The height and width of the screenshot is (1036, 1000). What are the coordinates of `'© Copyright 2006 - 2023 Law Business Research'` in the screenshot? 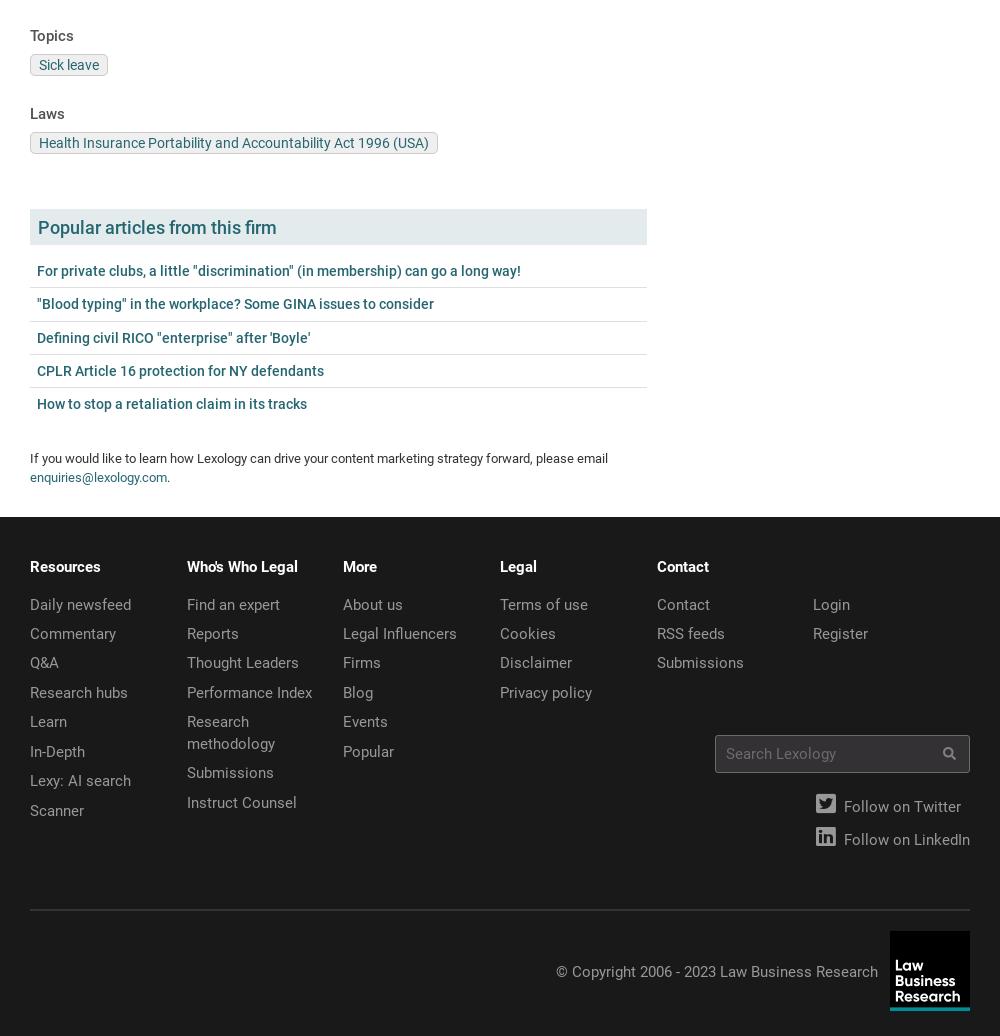 It's located at (716, 971).